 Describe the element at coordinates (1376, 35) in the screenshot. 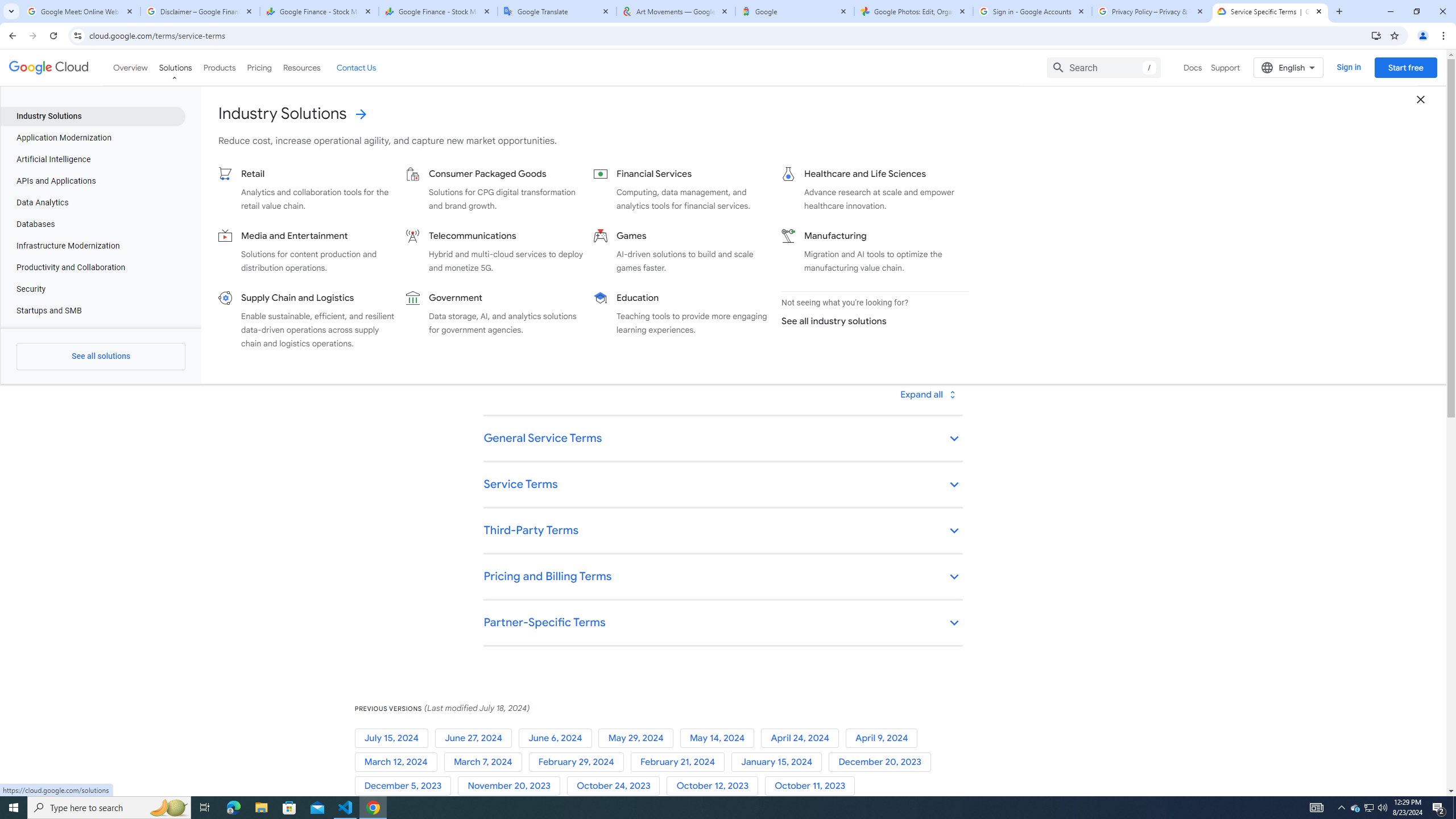

I see `'Install Google Cloud'` at that location.